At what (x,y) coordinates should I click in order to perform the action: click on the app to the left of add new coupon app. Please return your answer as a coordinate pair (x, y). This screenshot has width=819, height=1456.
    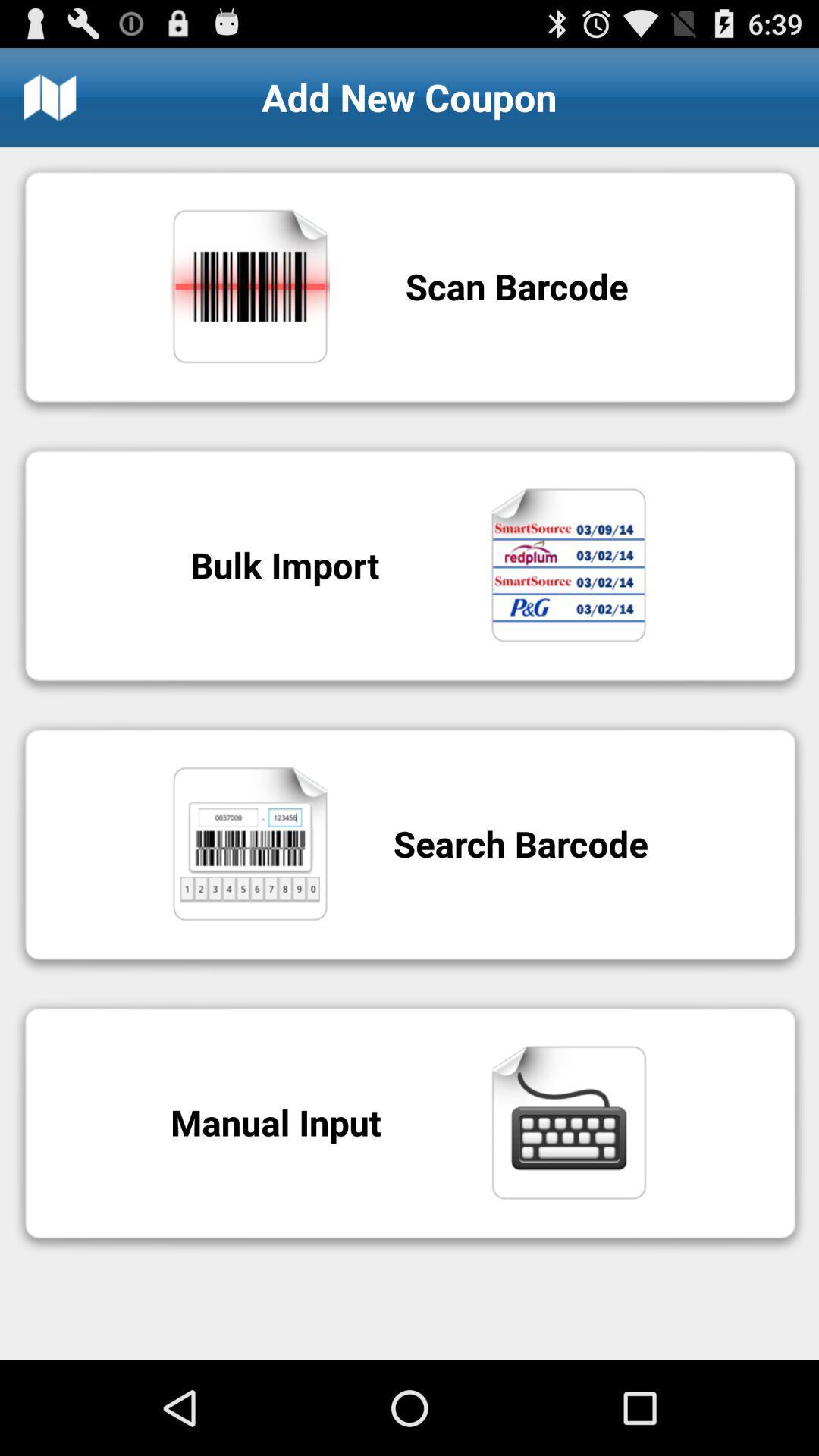
    Looking at the image, I should click on (49, 96).